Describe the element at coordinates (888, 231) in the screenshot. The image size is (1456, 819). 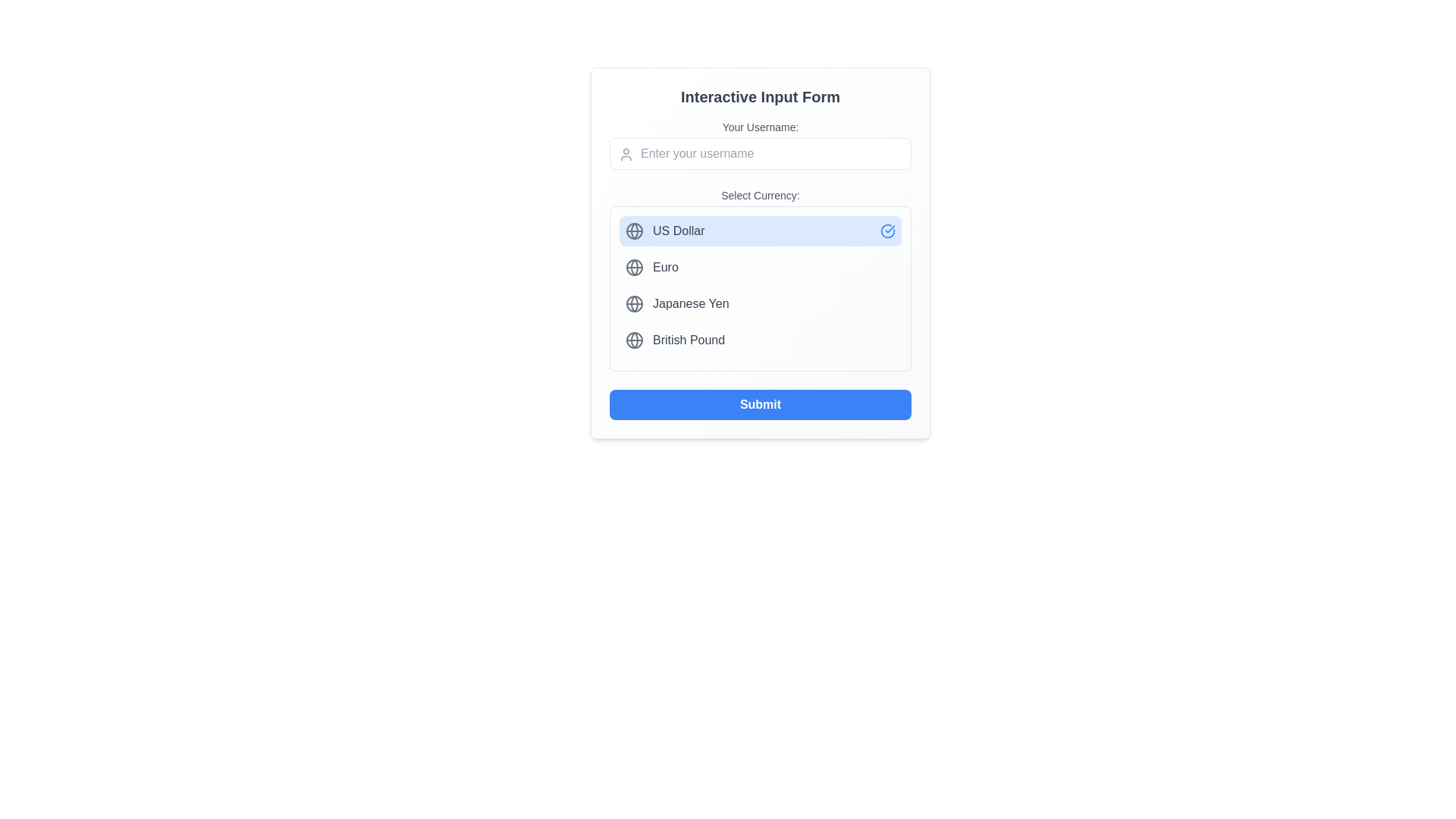
I see `the circular checkmark icon with a blue outline and a white background, positioned inside the US Dollar currency selection field, towards the right end of the 'US Dollar' text` at that location.